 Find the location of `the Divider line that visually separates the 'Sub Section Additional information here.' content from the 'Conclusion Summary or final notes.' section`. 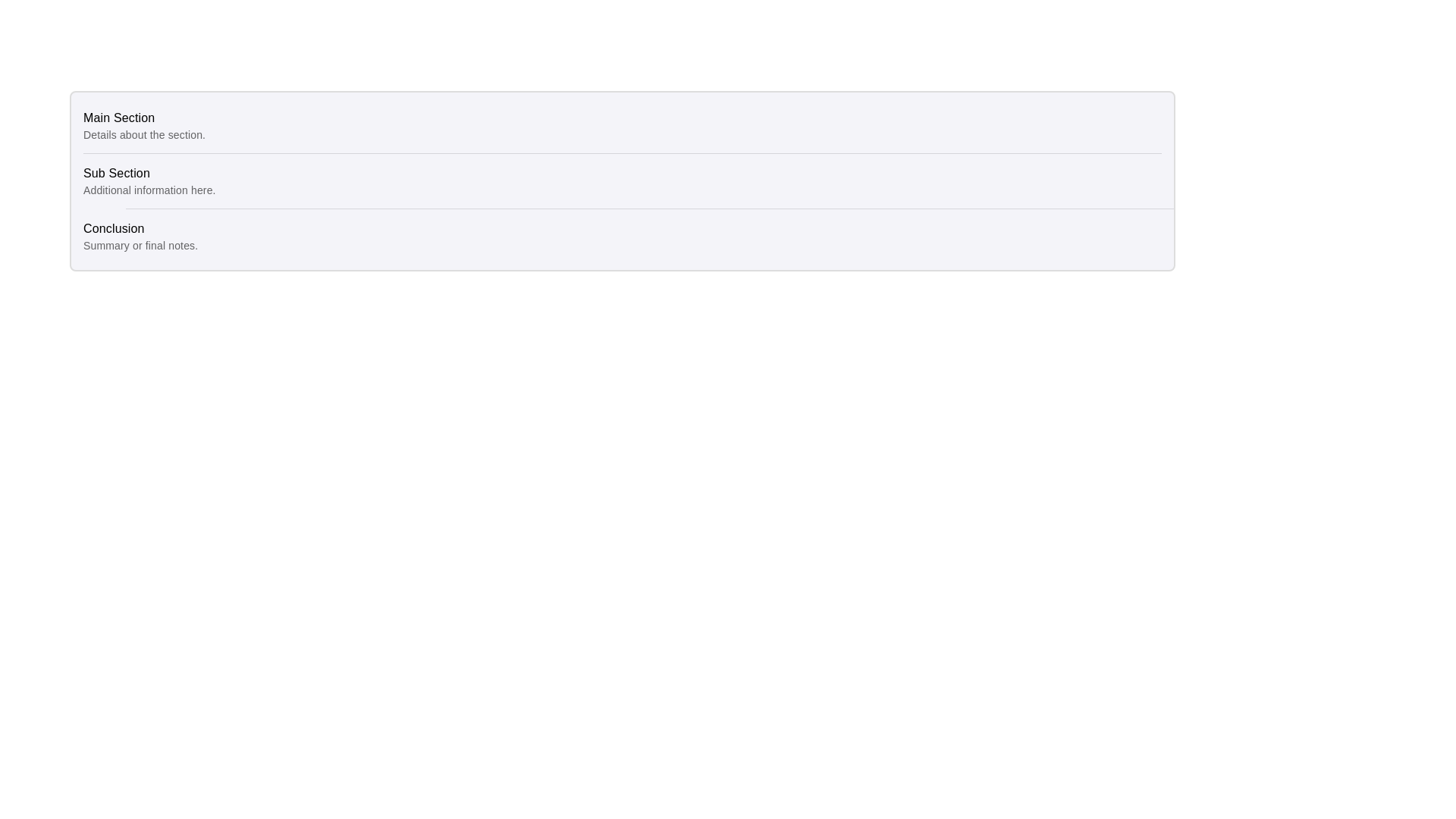

the Divider line that visually separates the 'Sub Section Additional information here.' content from the 'Conclusion Summary or final notes.' section is located at coordinates (650, 208).